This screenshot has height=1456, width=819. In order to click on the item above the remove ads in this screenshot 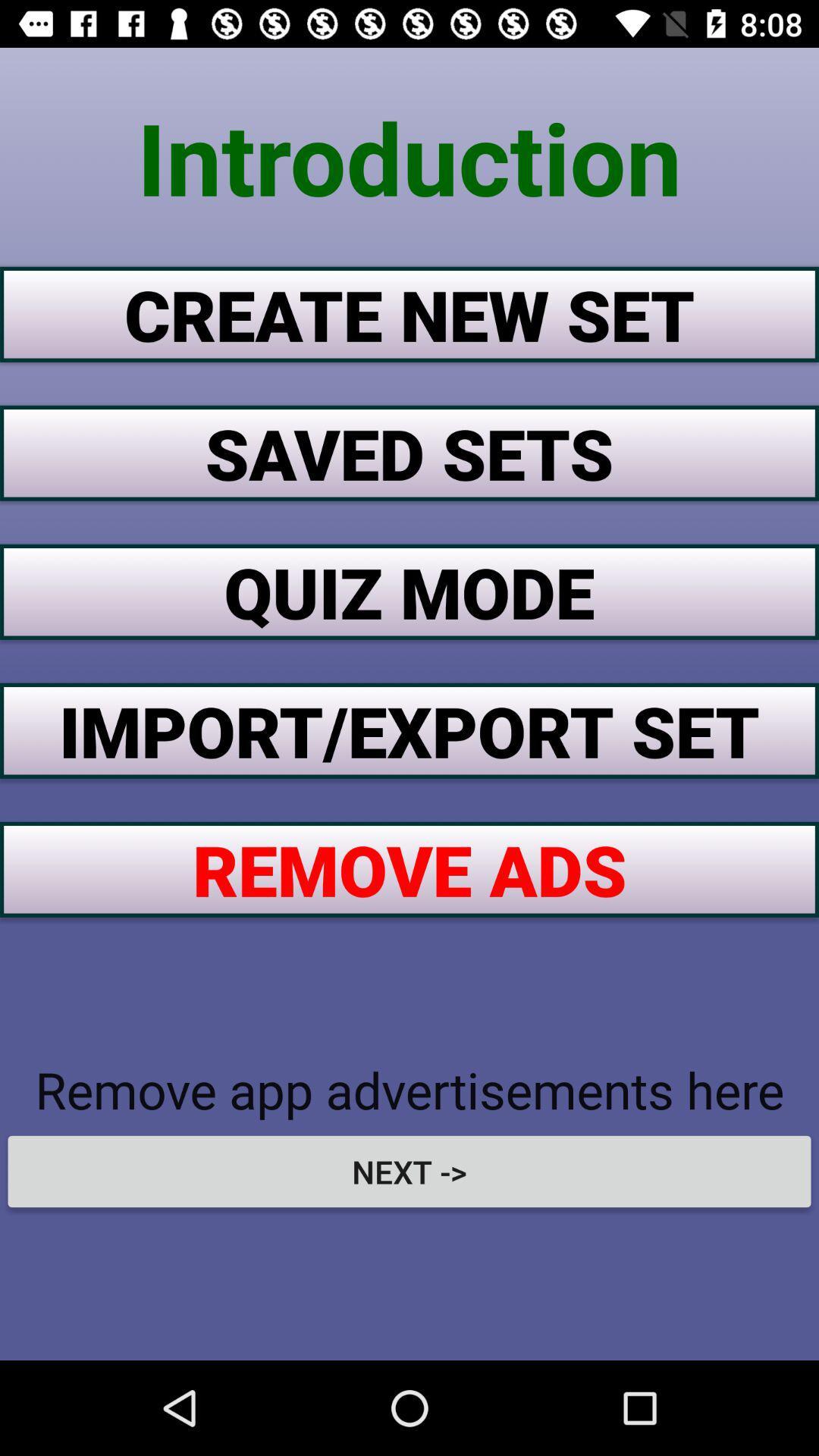, I will do `click(409, 730)`.